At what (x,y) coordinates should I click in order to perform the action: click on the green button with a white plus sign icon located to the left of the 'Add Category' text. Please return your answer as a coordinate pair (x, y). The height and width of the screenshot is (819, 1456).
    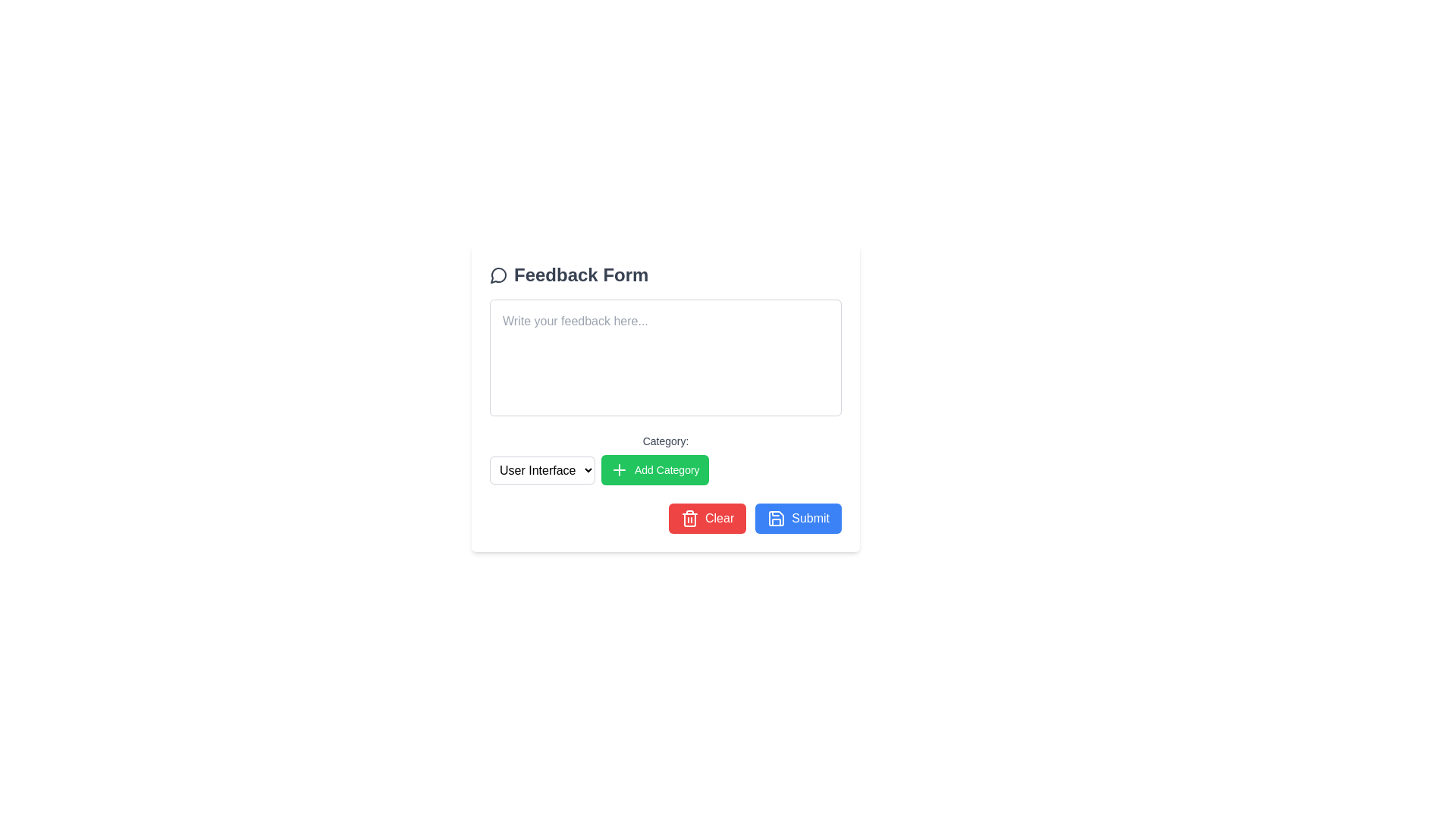
    Looking at the image, I should click on (619, 469).